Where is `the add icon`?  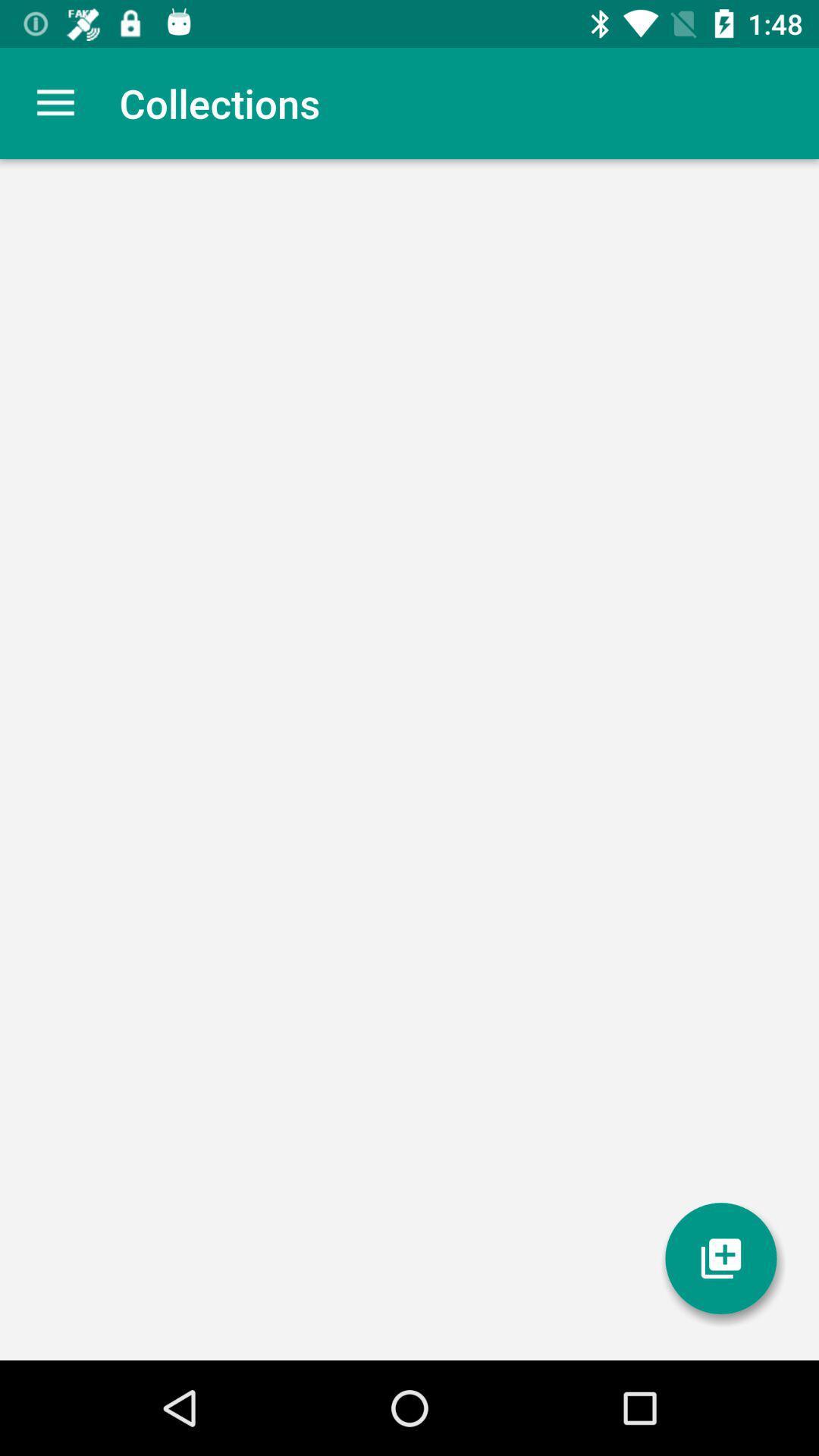 the add icon is located at coordinates (720, 1258).